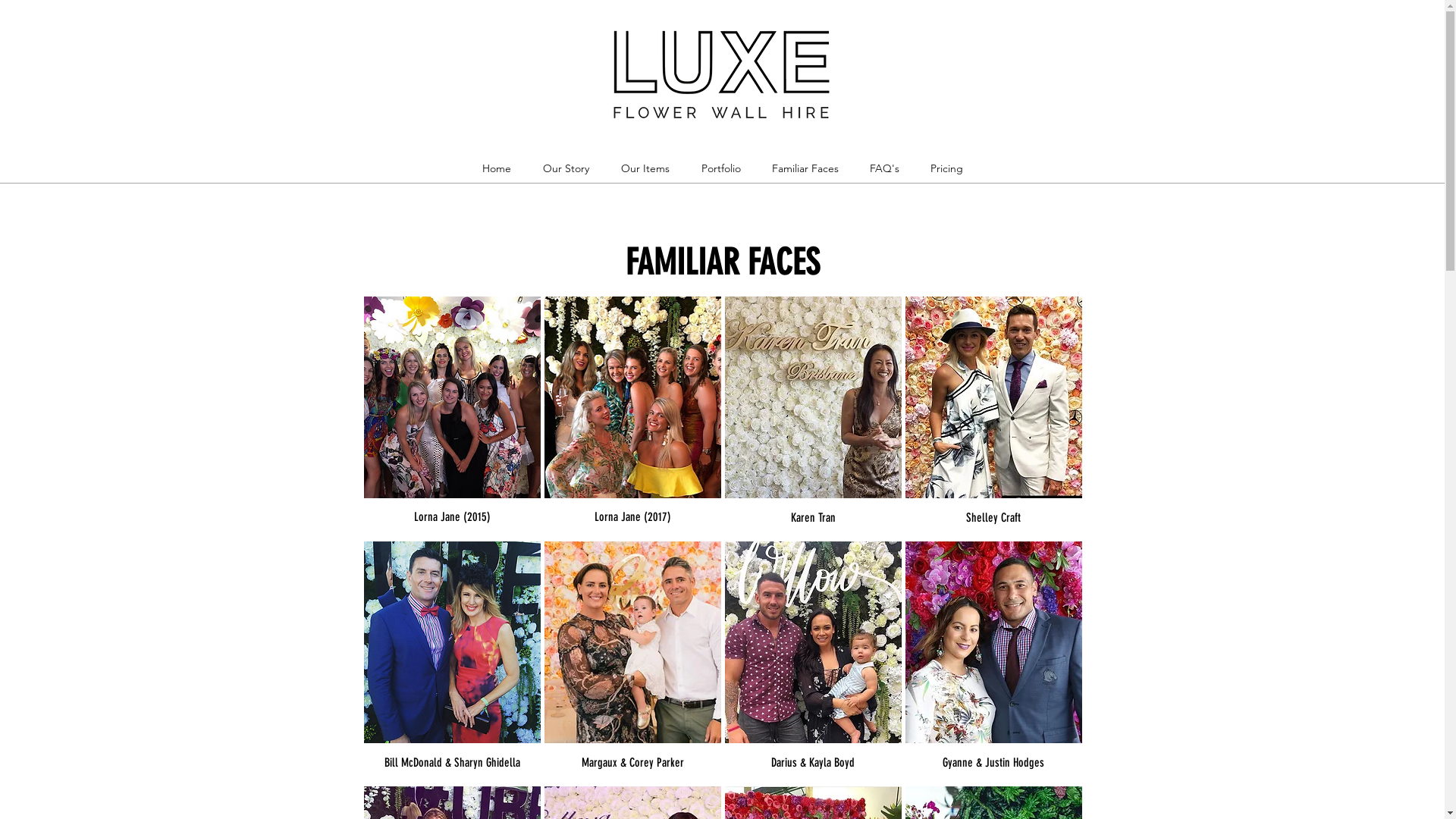 This screenshot has height=819, width=1456. I want to click on 'Pricing', so click(946, 168).